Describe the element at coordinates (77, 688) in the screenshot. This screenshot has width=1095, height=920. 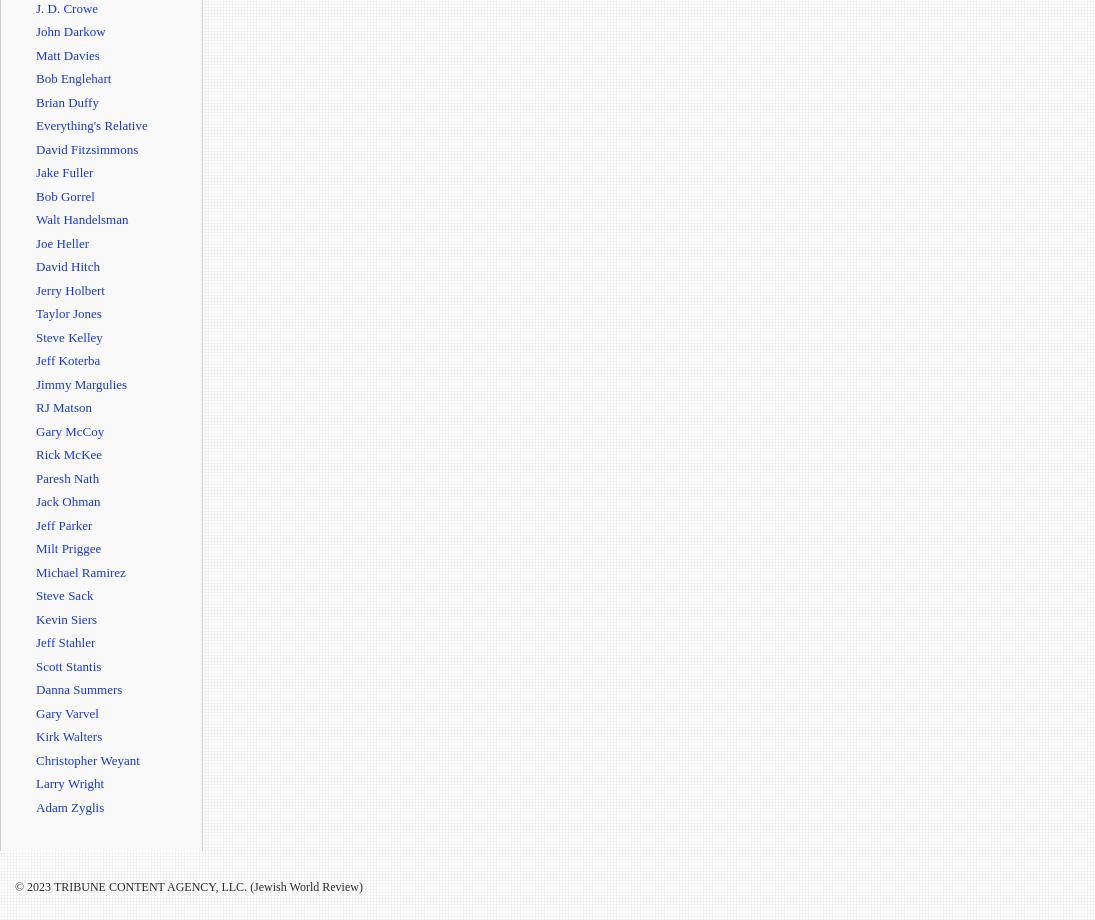
I see `'Danna Summers'` at that location.